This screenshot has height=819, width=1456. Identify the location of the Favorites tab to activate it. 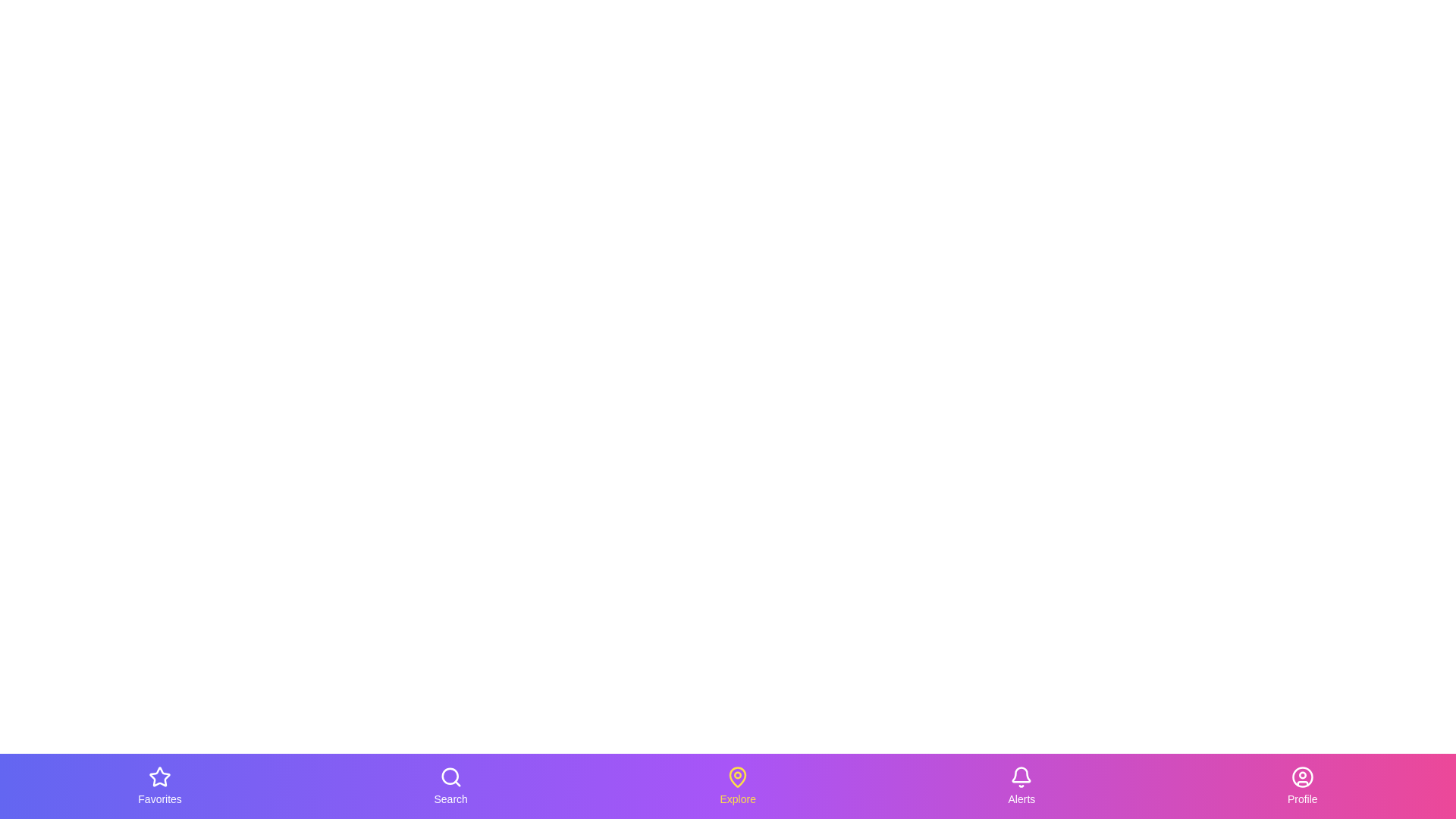
(160, 786).